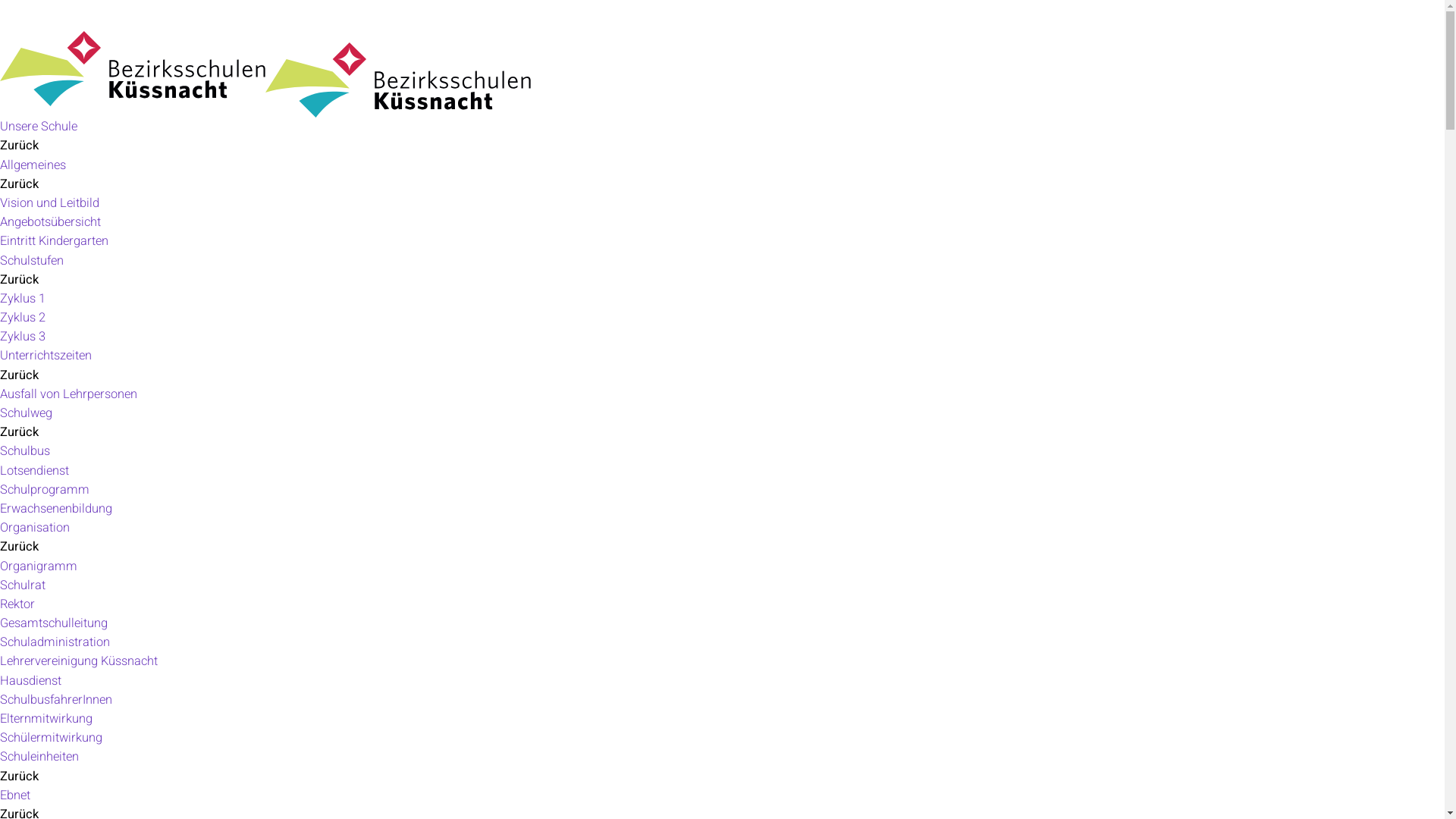 This screenshot has height=819, width=1456. Describe the element at coordinates (22, 584) in the screenshot. I see `'Schulrat'` at that location.